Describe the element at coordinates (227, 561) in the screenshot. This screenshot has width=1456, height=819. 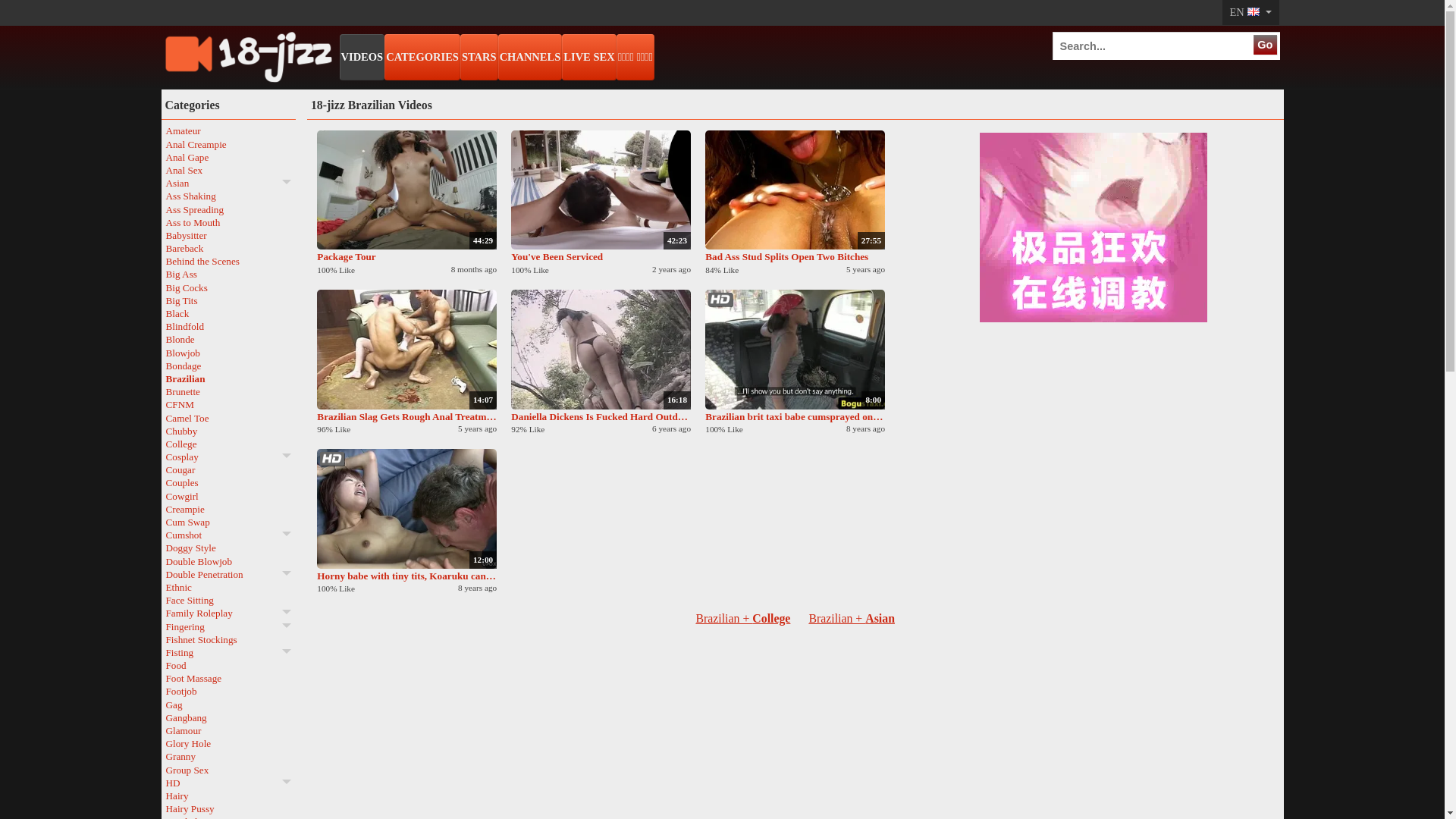
I see `'Double Blowjob'` at that location.